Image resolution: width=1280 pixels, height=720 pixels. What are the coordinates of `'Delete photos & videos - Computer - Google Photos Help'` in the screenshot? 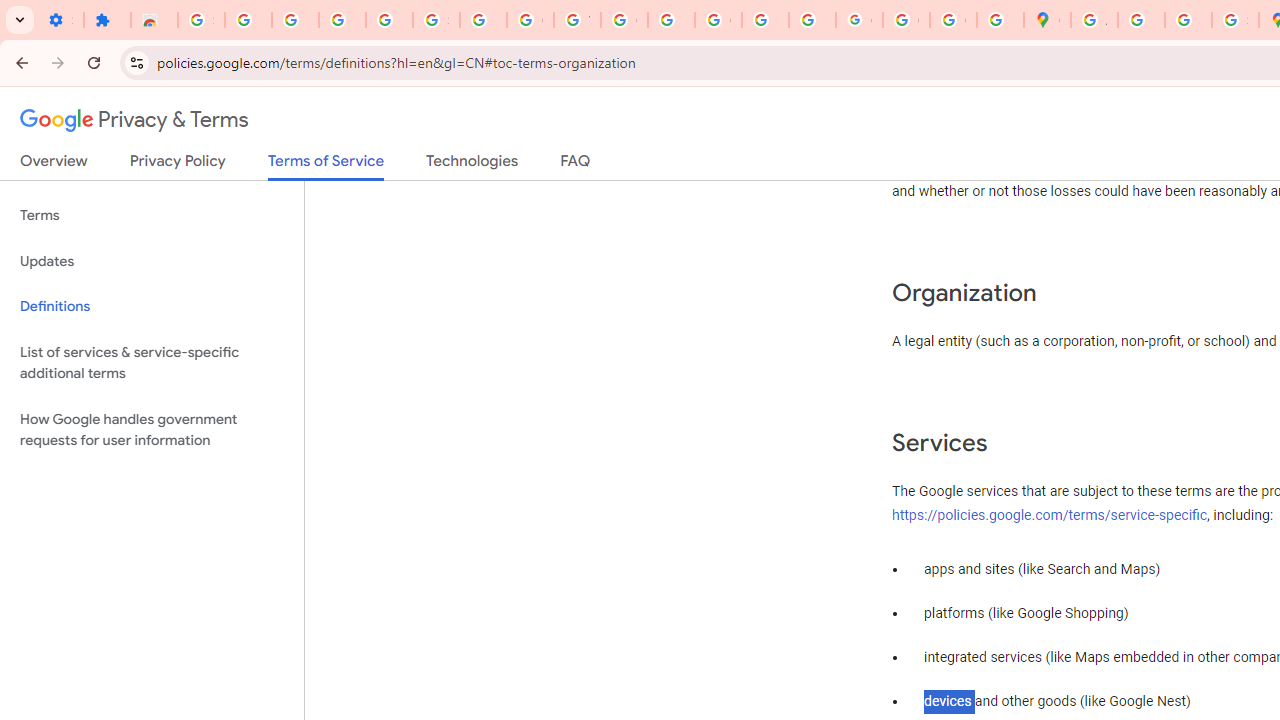 It's located at (294, 20).